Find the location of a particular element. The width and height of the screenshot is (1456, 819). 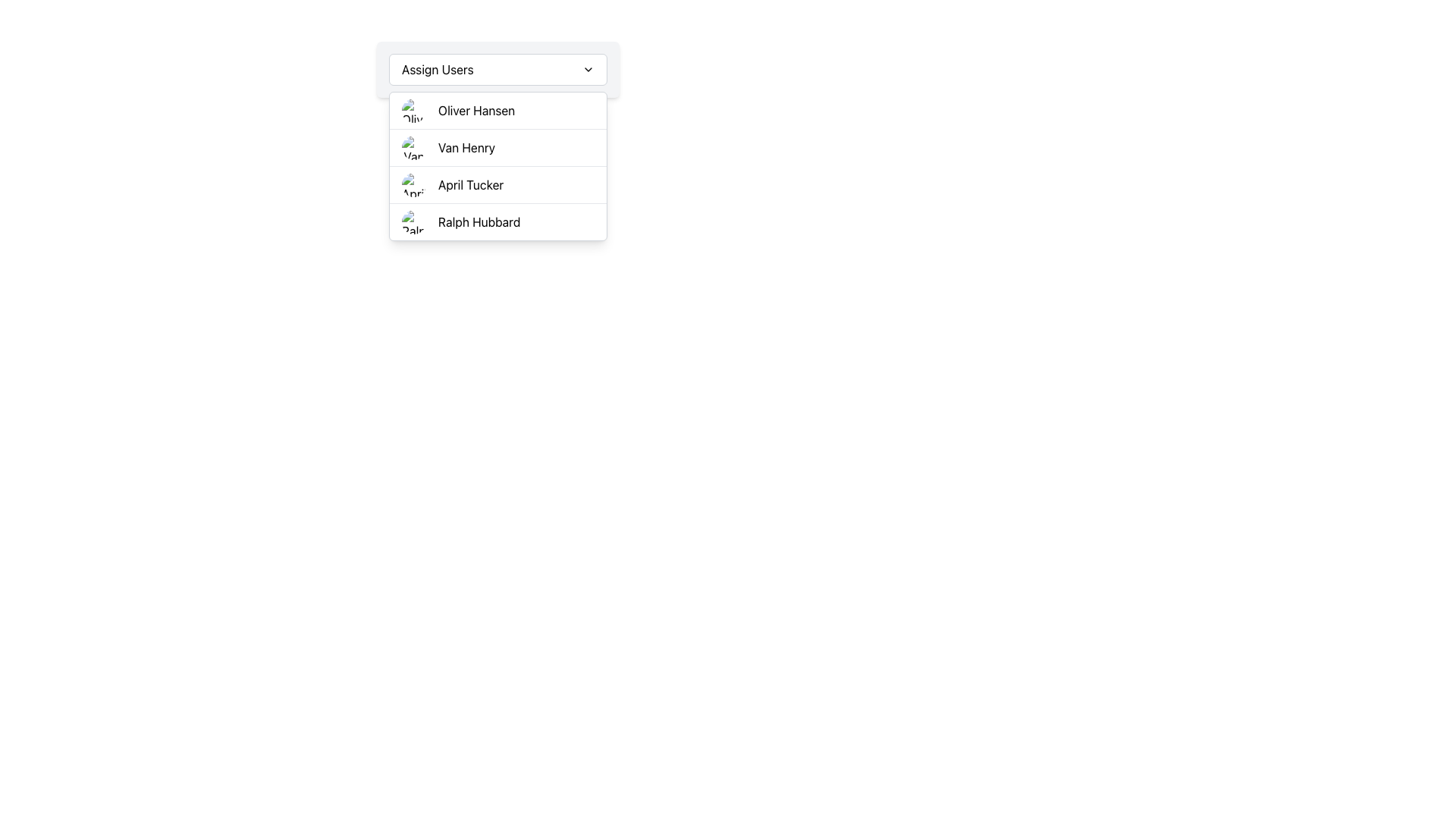

the 'Ralph Hubbard' selectable option in the dropdown menu is located at coordinates (479, 222).